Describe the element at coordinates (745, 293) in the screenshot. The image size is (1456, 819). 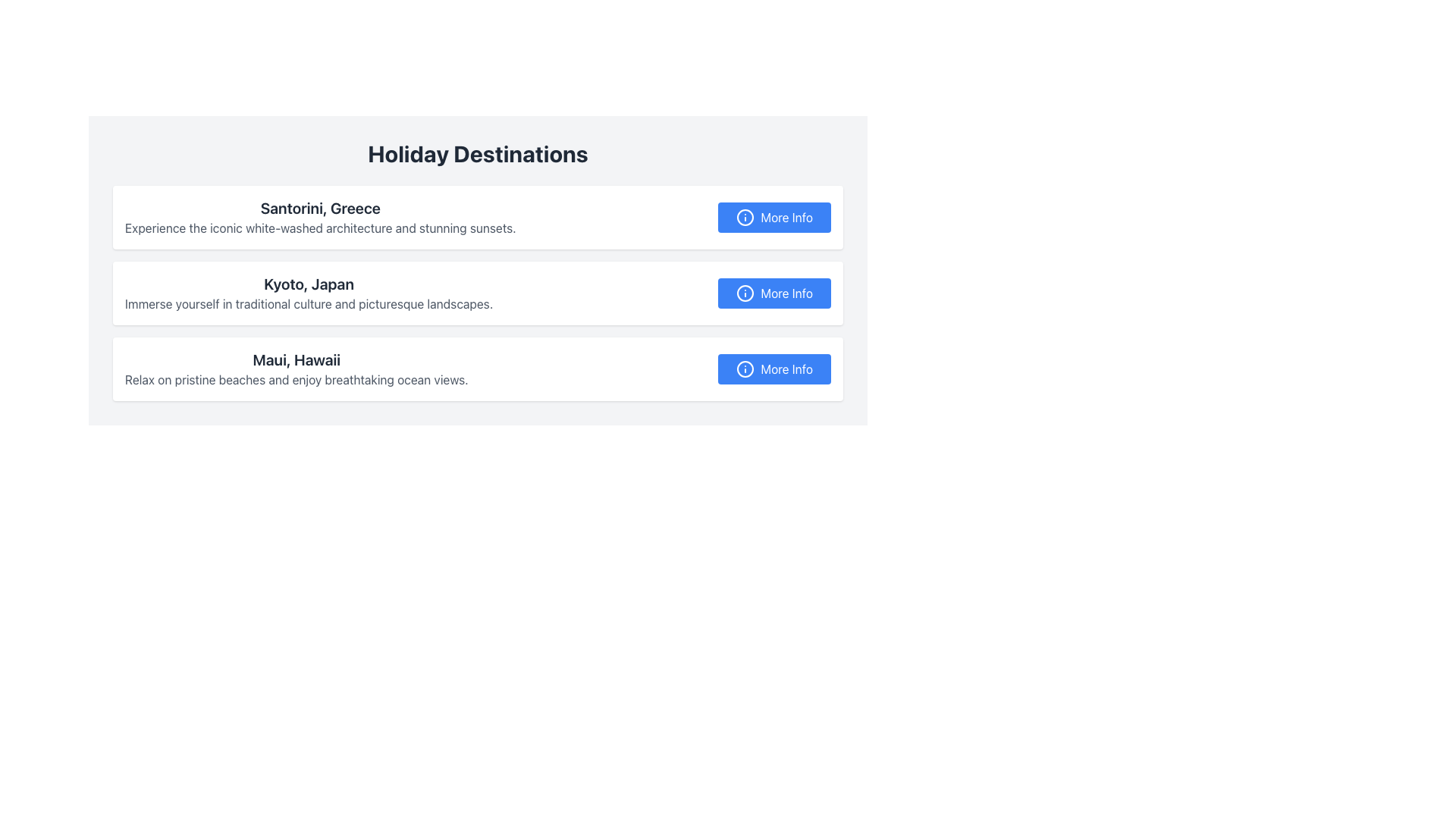
I see `the 'More Info' icon associated with the second destination option, 'Kyoto, Japan', which is represented by an SVG Circle with a visible line stroke` at that location.